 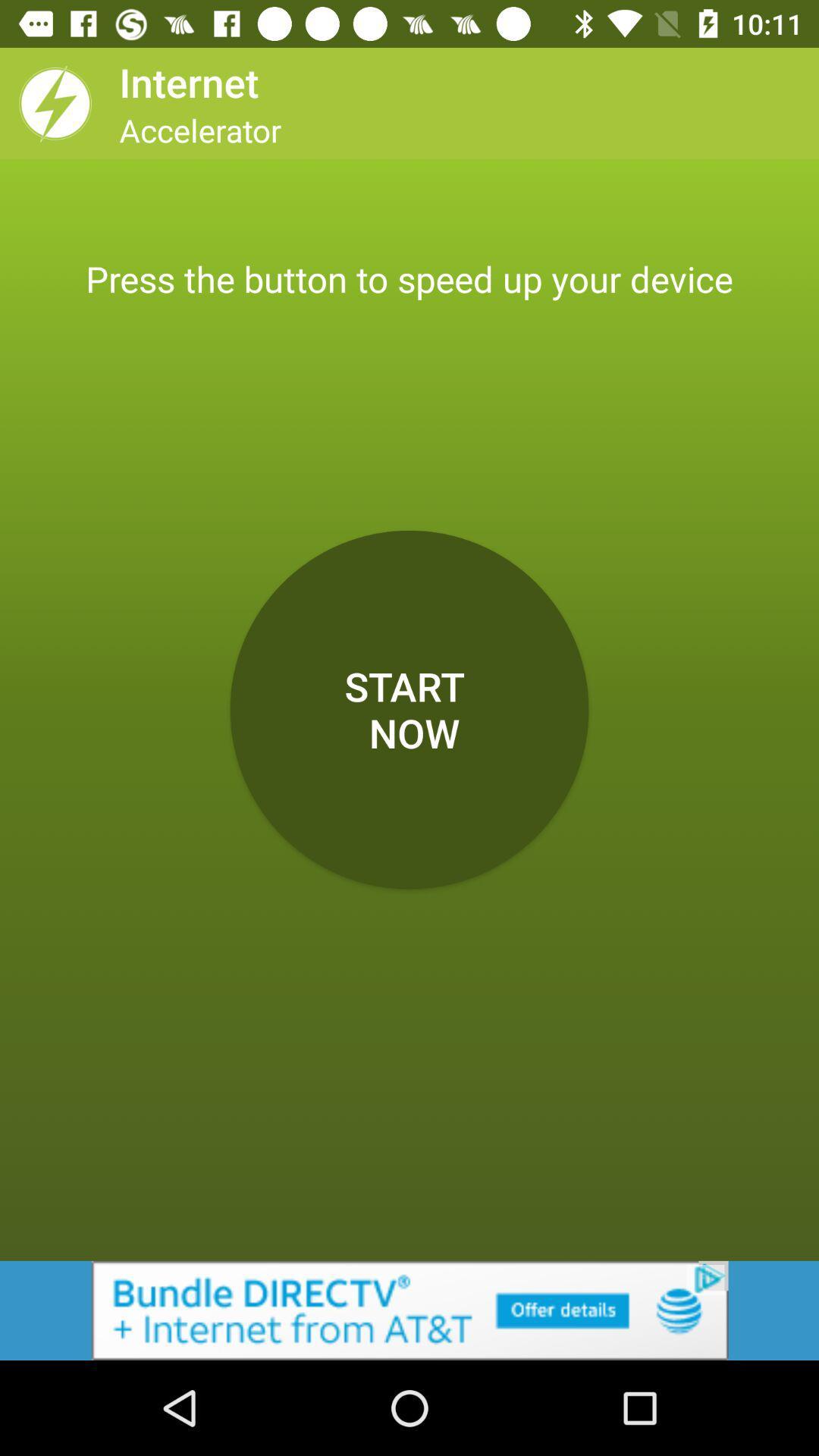 I want to click on advertisement image, so click(x=409, y=1310).